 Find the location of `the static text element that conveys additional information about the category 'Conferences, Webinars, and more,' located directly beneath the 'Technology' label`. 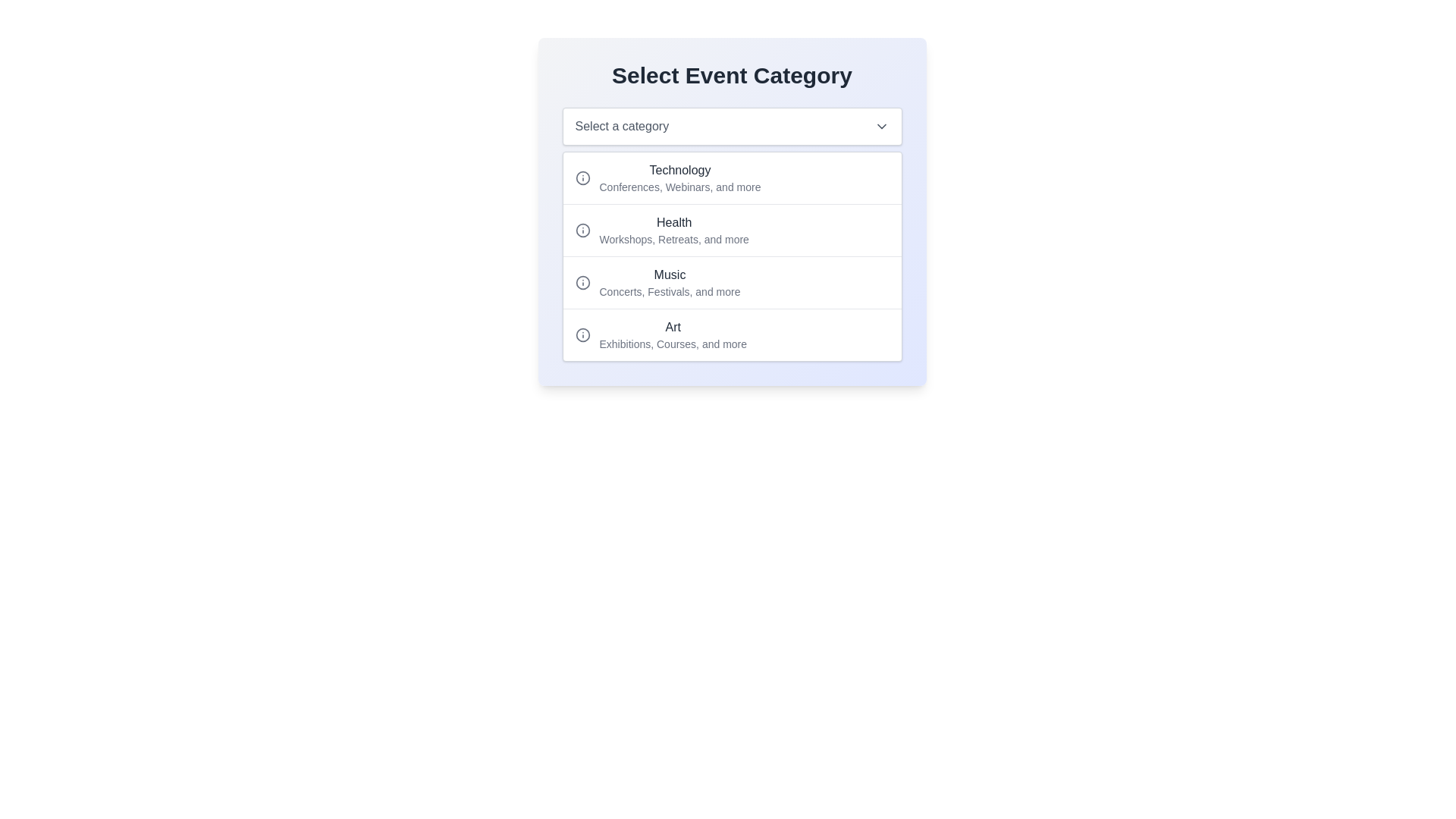

the static text element that conveys additional information about the category 'Conferences, Webinars, and more,' located directly beneath the 'Technology' label is located at coordinates (679, 186).